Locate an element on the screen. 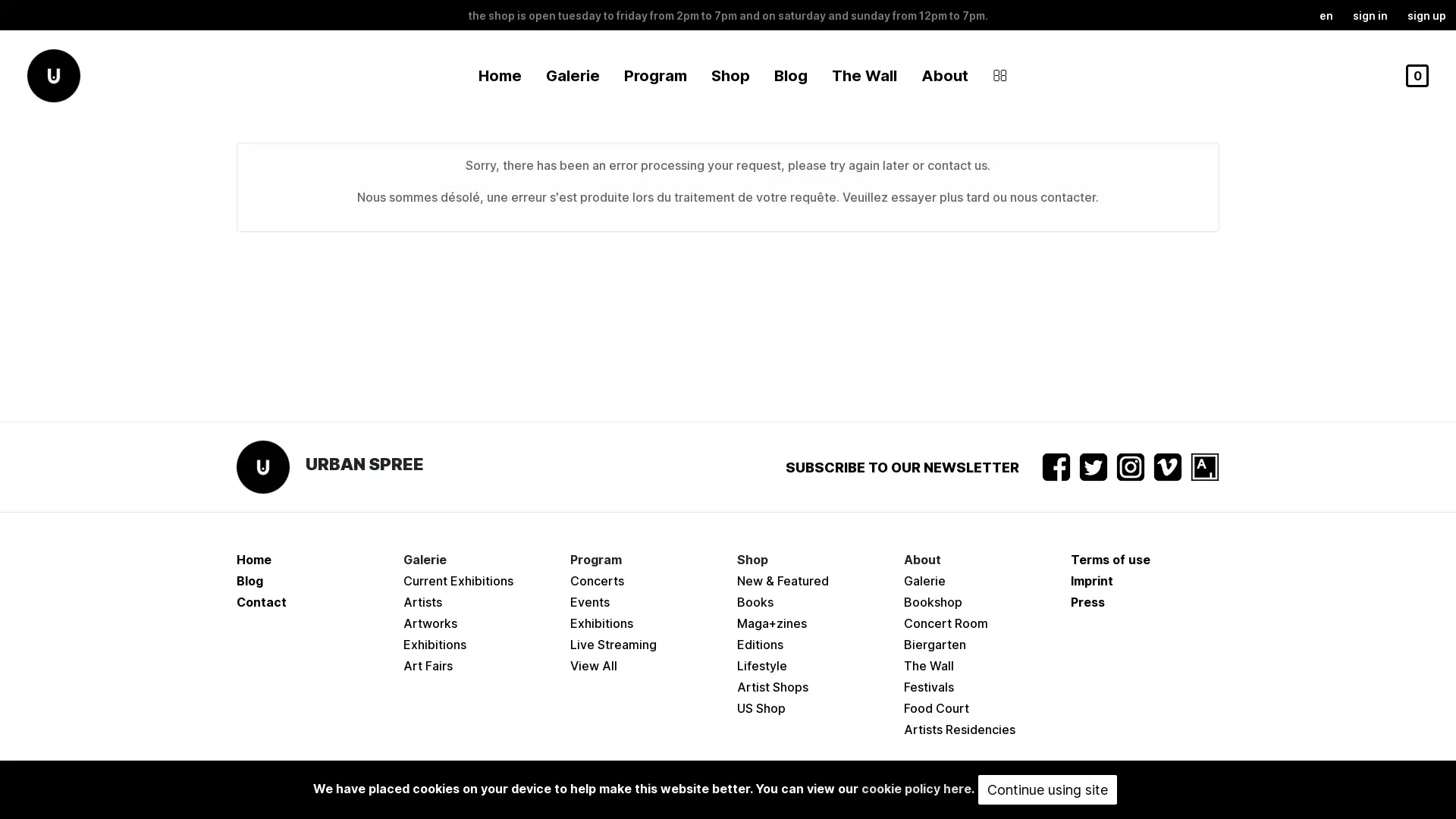  en is located at coordinates (1325, 14).